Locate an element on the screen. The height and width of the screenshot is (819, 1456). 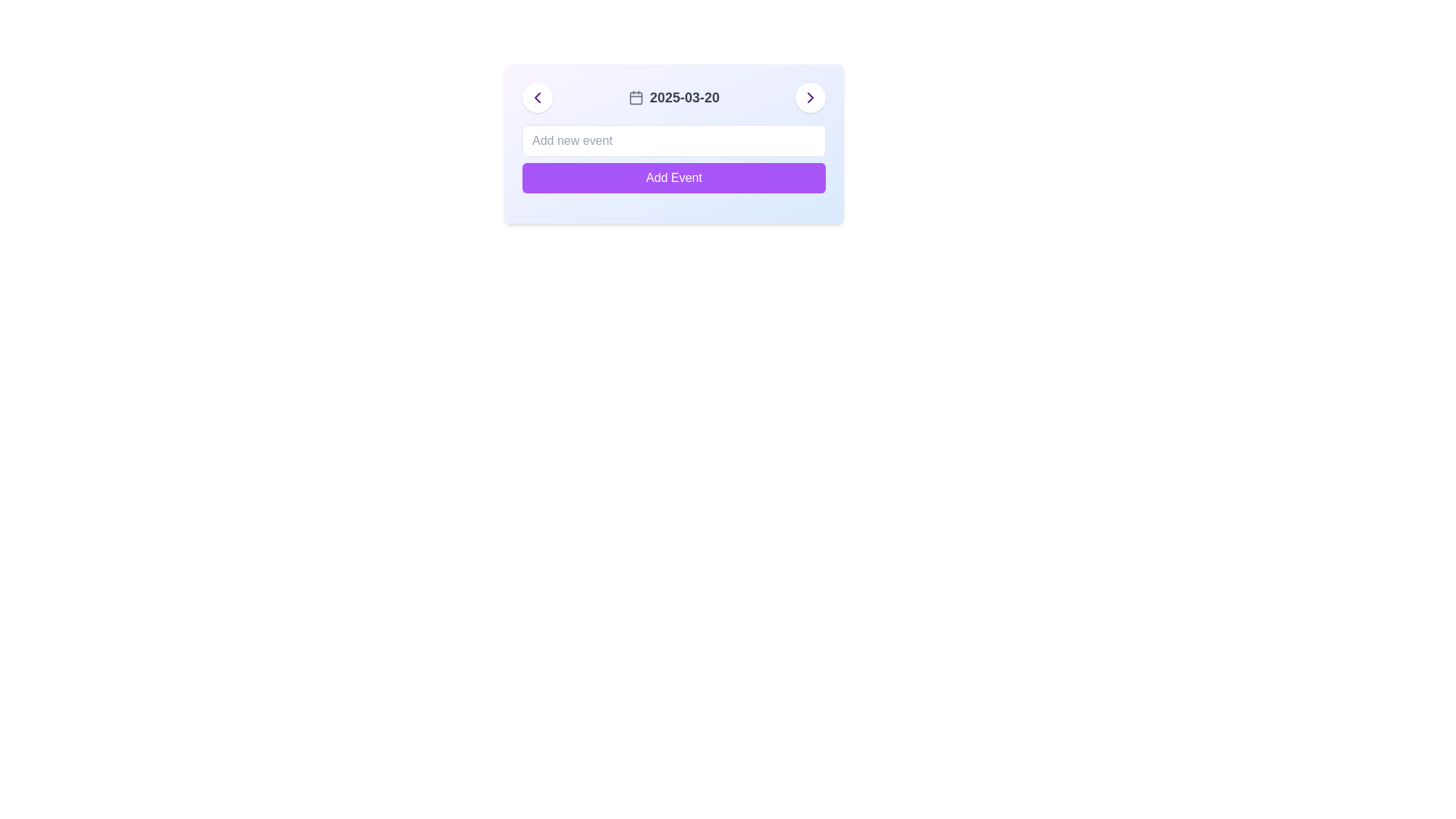
the Chevron-Left icon located on the left side of the header area in the calendar interface is located at coordinates (538, 97).